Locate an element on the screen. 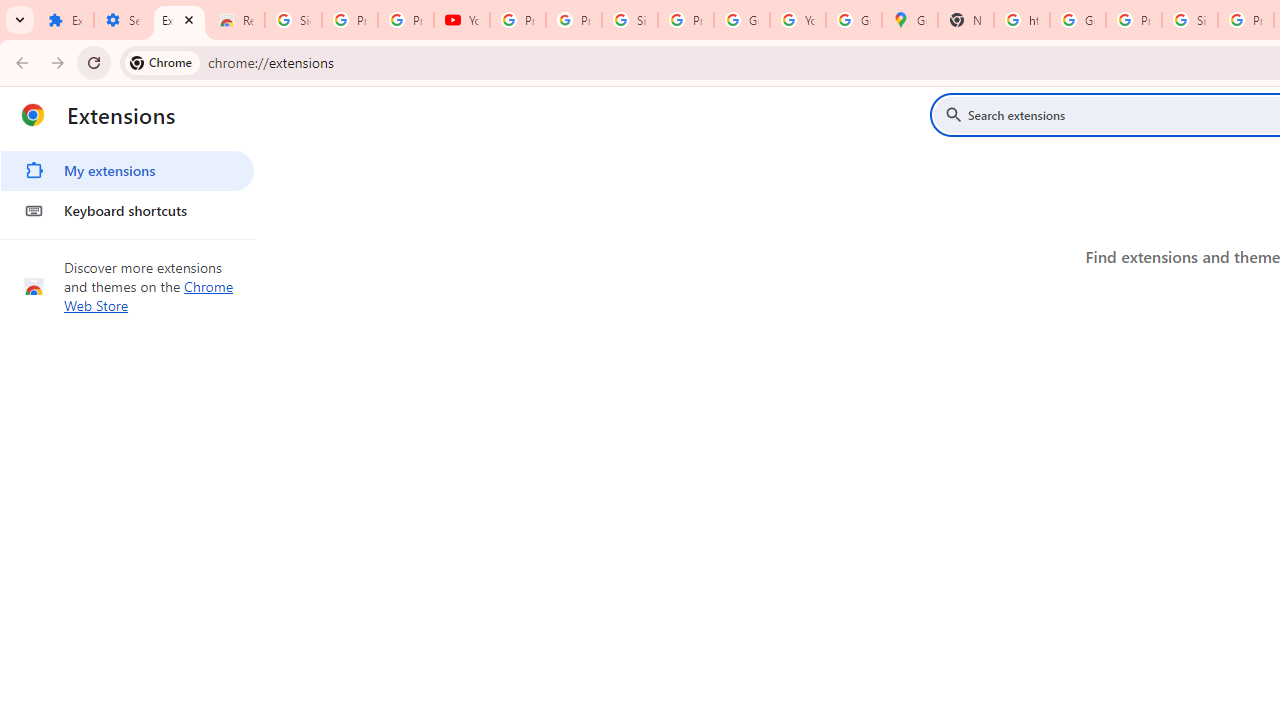 This screenshot has width=1280, height=720. 'Reviews: Helix Fruit Jump Arcade Game' is located at coordinates (236, 20).